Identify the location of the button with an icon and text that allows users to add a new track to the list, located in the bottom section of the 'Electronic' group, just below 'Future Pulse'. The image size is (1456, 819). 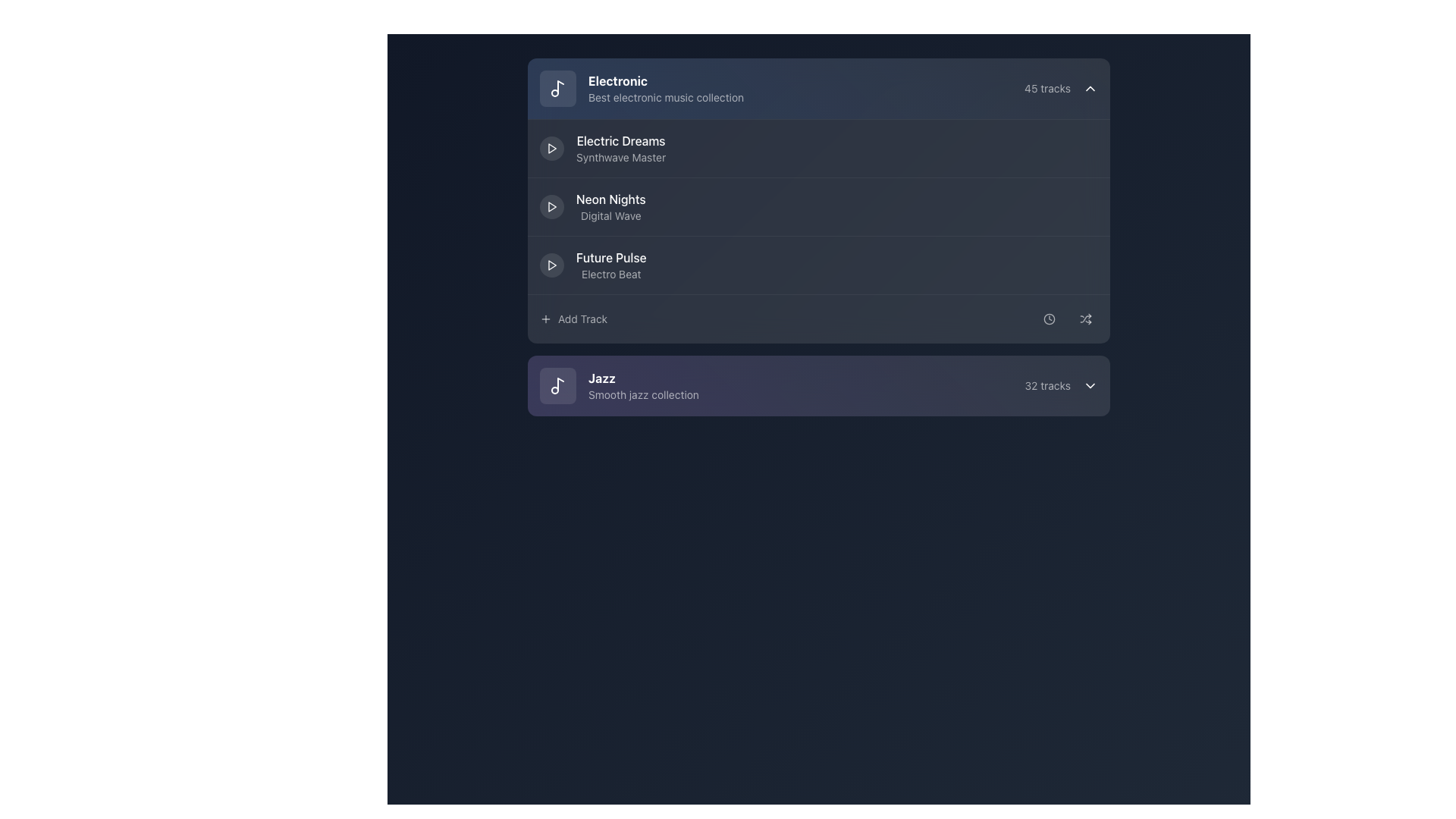
(573, 318).